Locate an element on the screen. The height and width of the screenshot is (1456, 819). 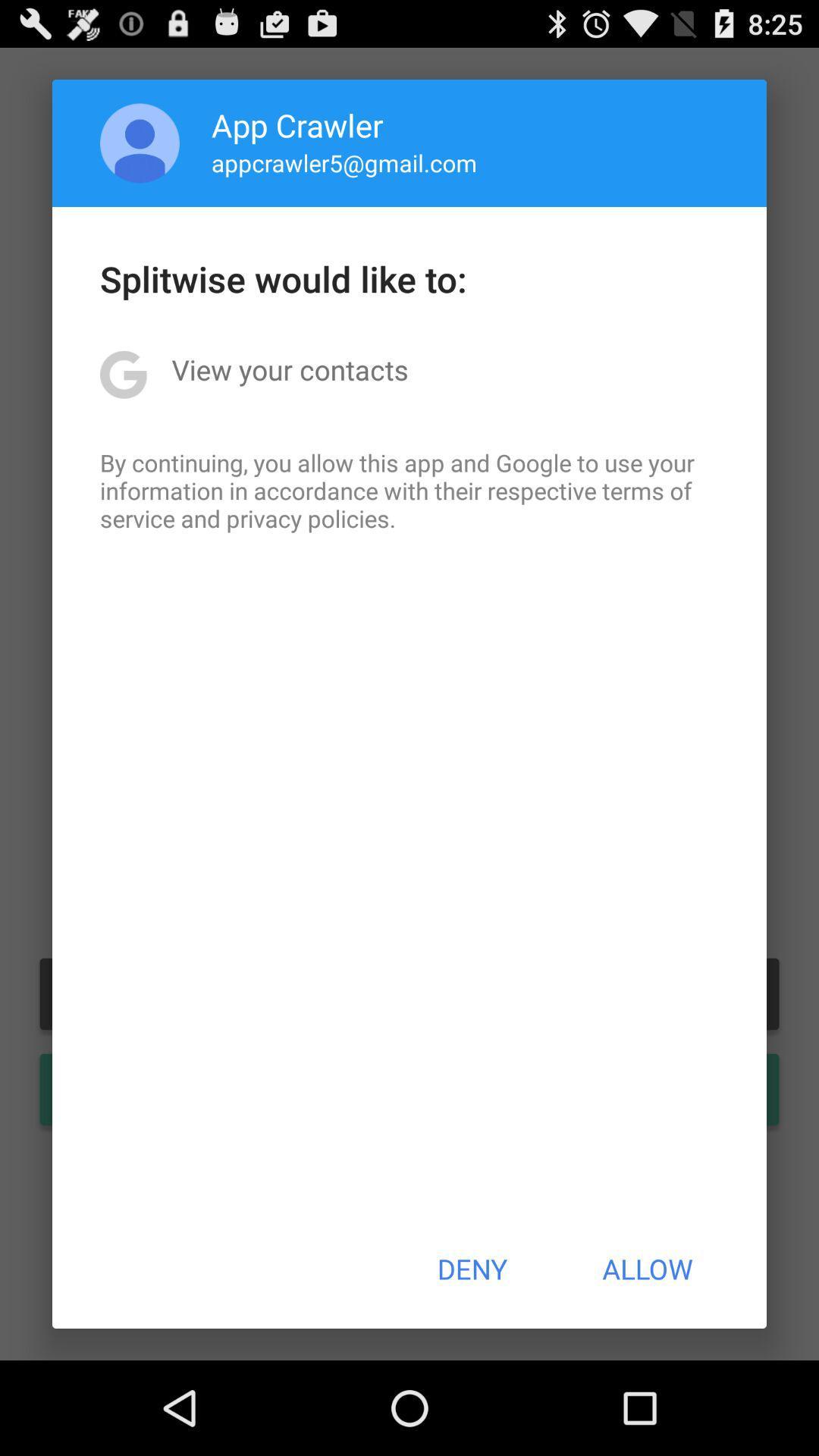
app crawler item is located at coordinates (297, 124).